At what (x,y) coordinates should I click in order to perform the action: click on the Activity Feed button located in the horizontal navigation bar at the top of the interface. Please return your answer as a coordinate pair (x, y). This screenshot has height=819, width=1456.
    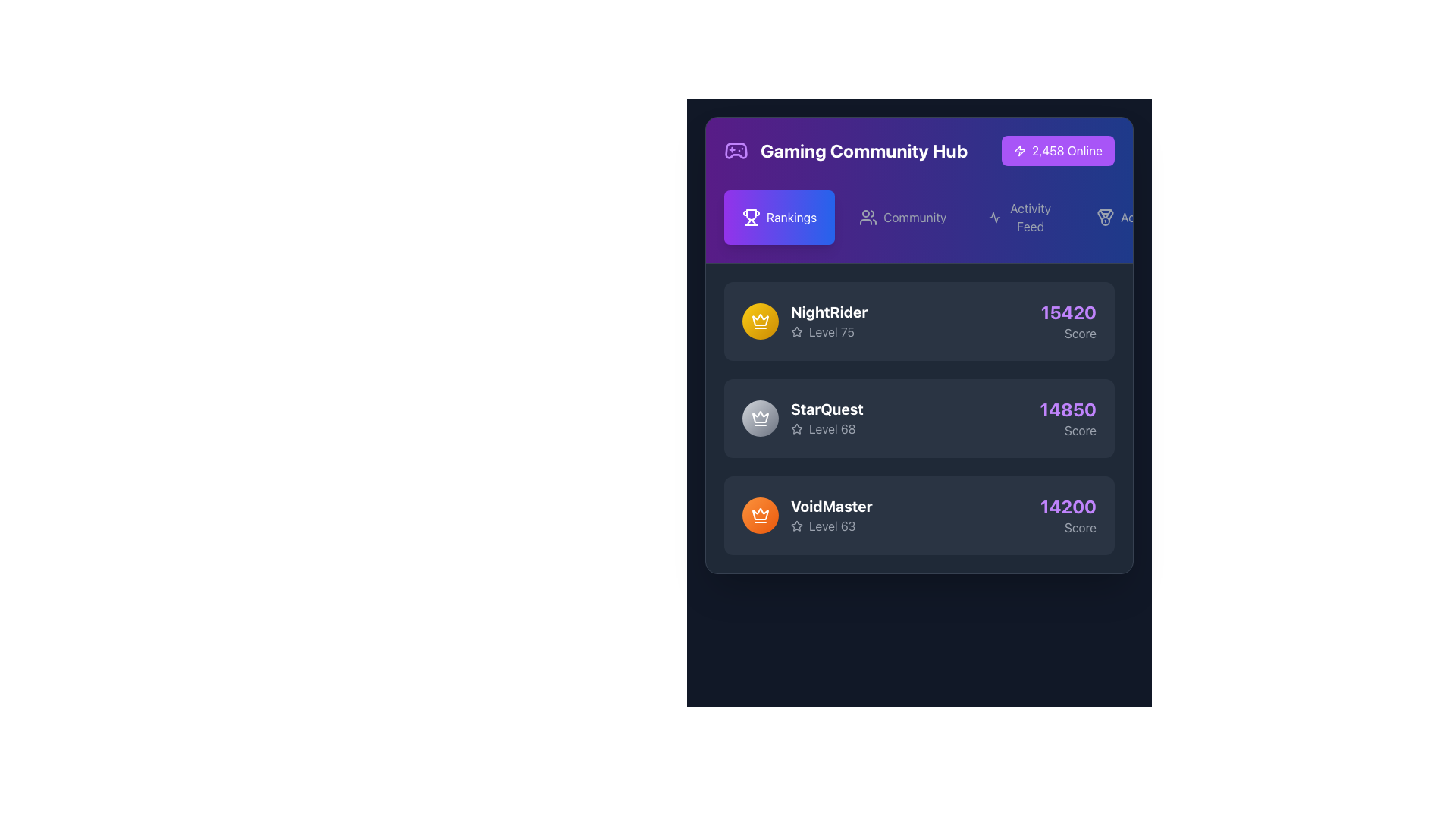
    Looking at the image, I should click on (1021, 217).